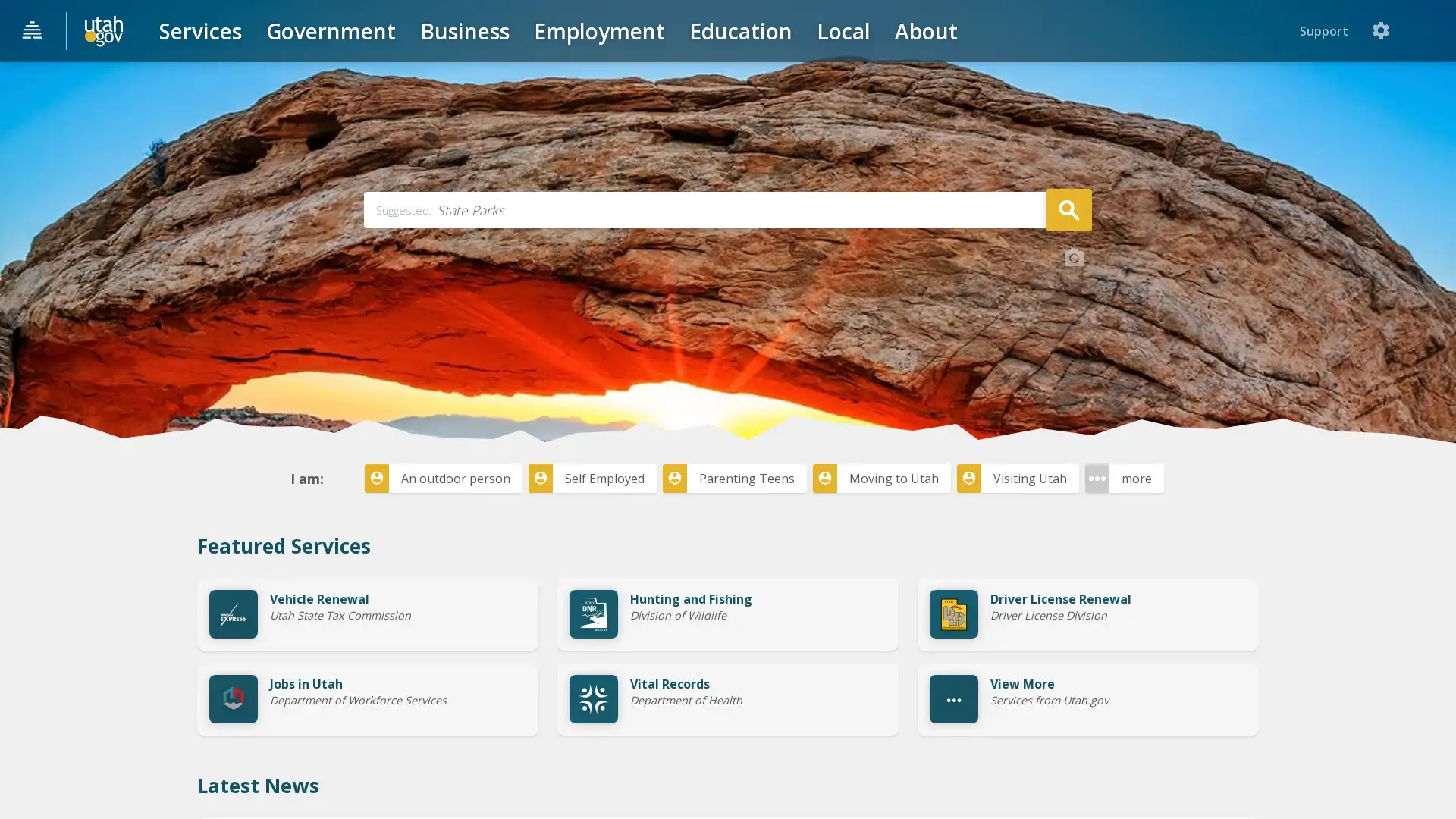 The width and height of the screenshot is (1456, 819). What do you see at coordinates (1073, 371) in the screenshot?
I see `Background image info` at bounding box center [1073, 371].